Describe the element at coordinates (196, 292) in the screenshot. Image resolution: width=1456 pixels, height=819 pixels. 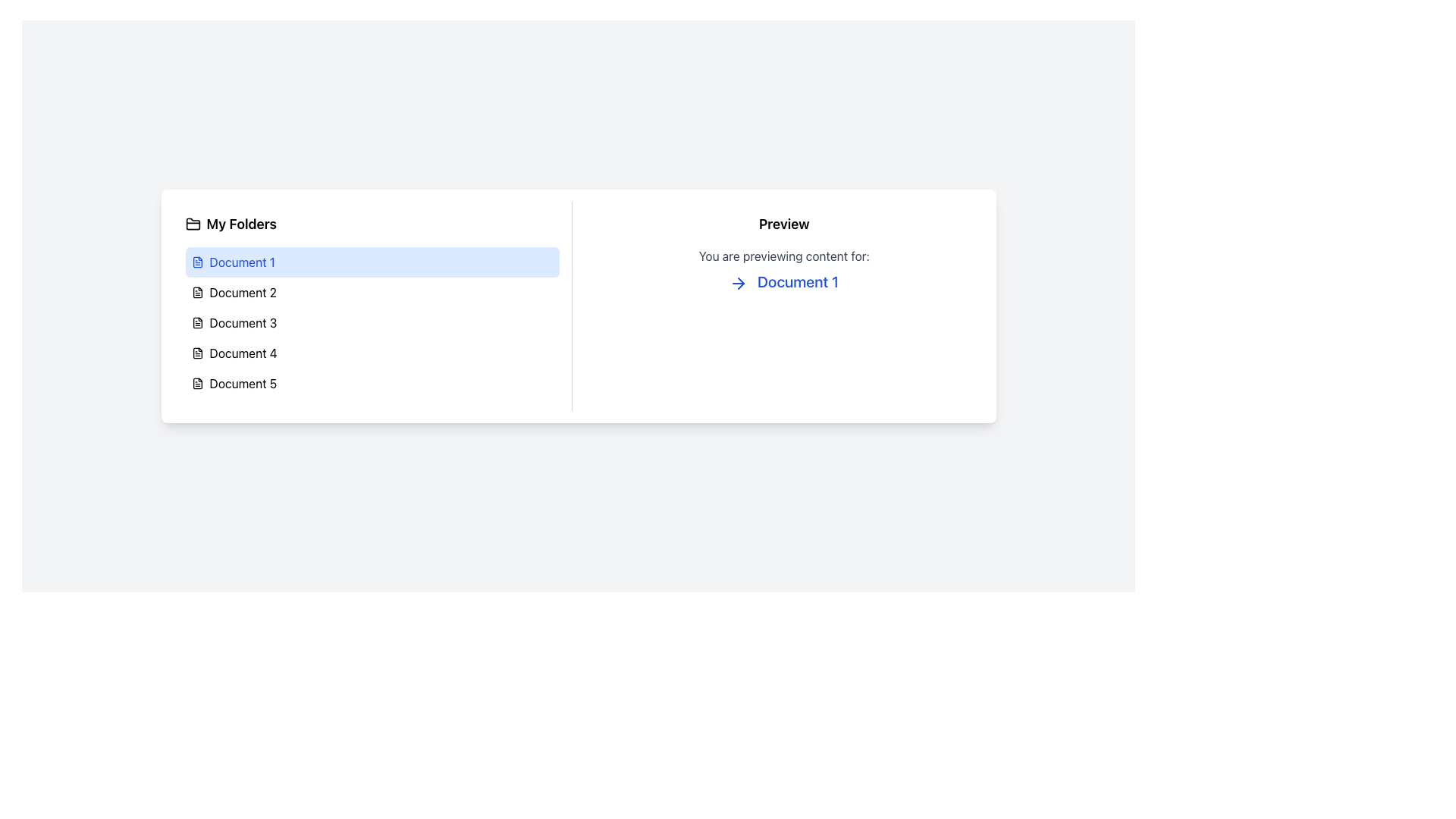
I see `the file/document icon located to the immediate left of the label 'Document 2' in the left panel of the document entries list` at that location.